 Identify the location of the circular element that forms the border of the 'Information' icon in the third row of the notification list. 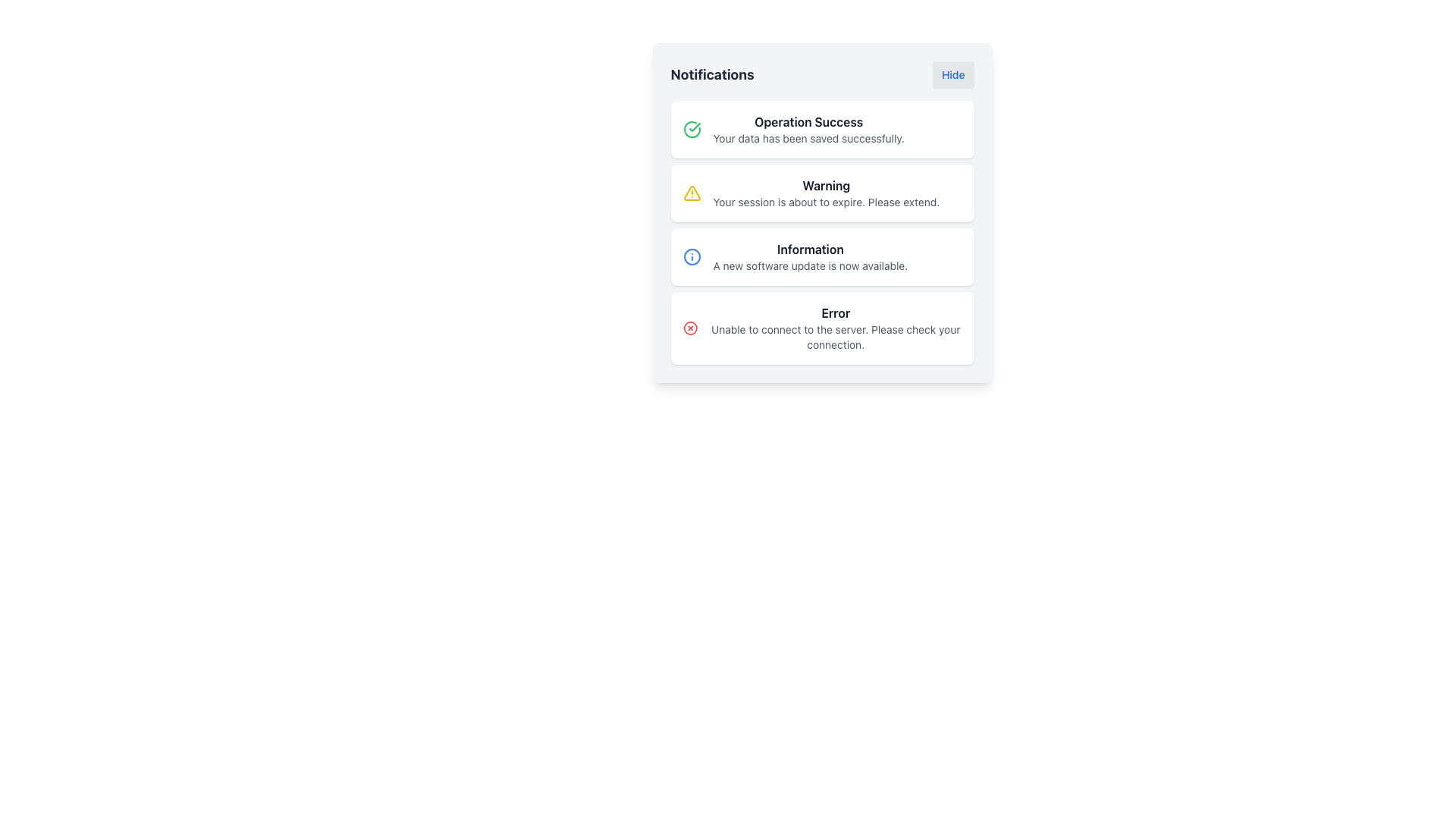
(691, 256).